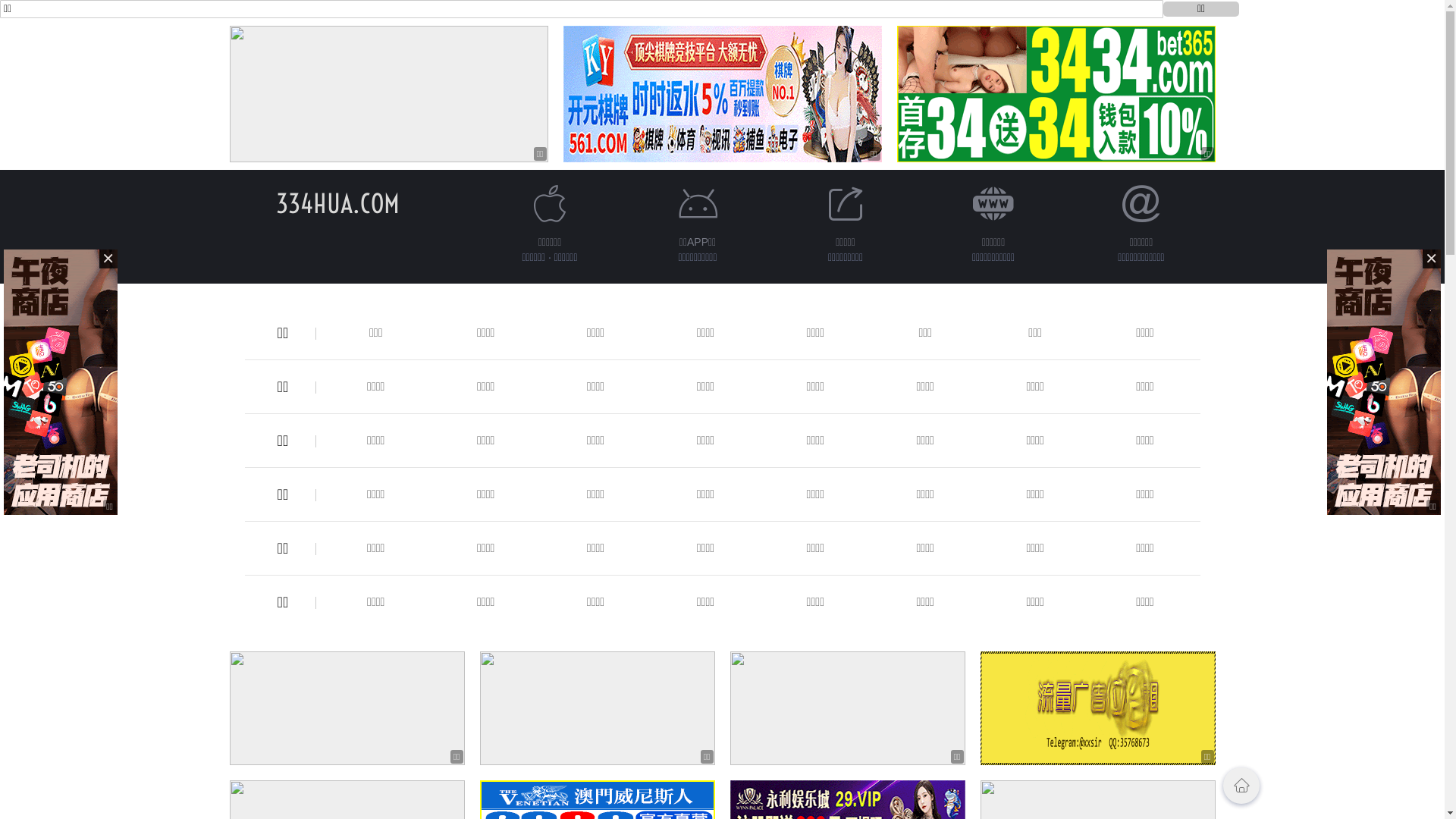  I want to click on '334HUA.COM', so click(337, 202).